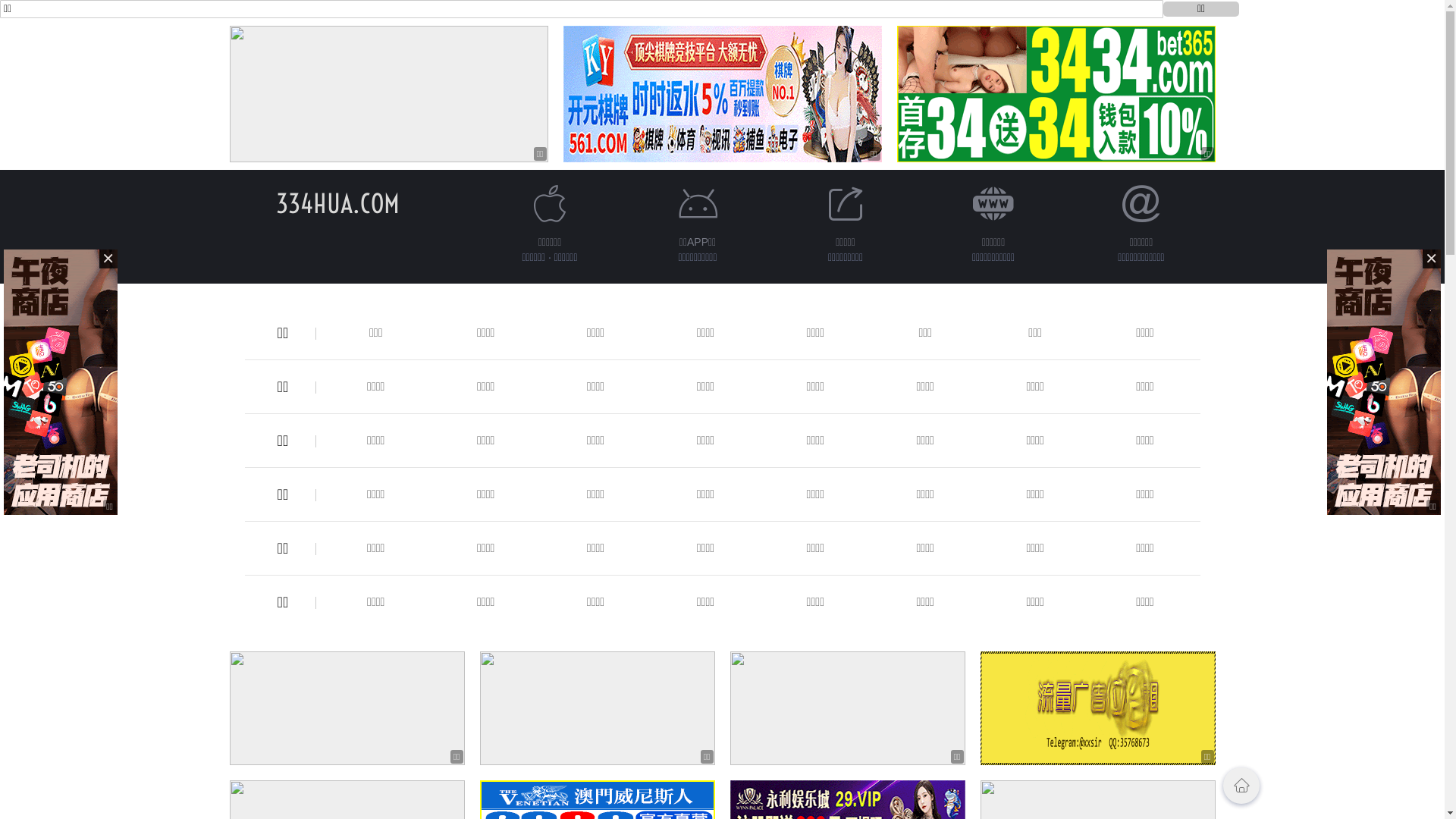  I want to click on '334HUA.COM', so click(337, 202).